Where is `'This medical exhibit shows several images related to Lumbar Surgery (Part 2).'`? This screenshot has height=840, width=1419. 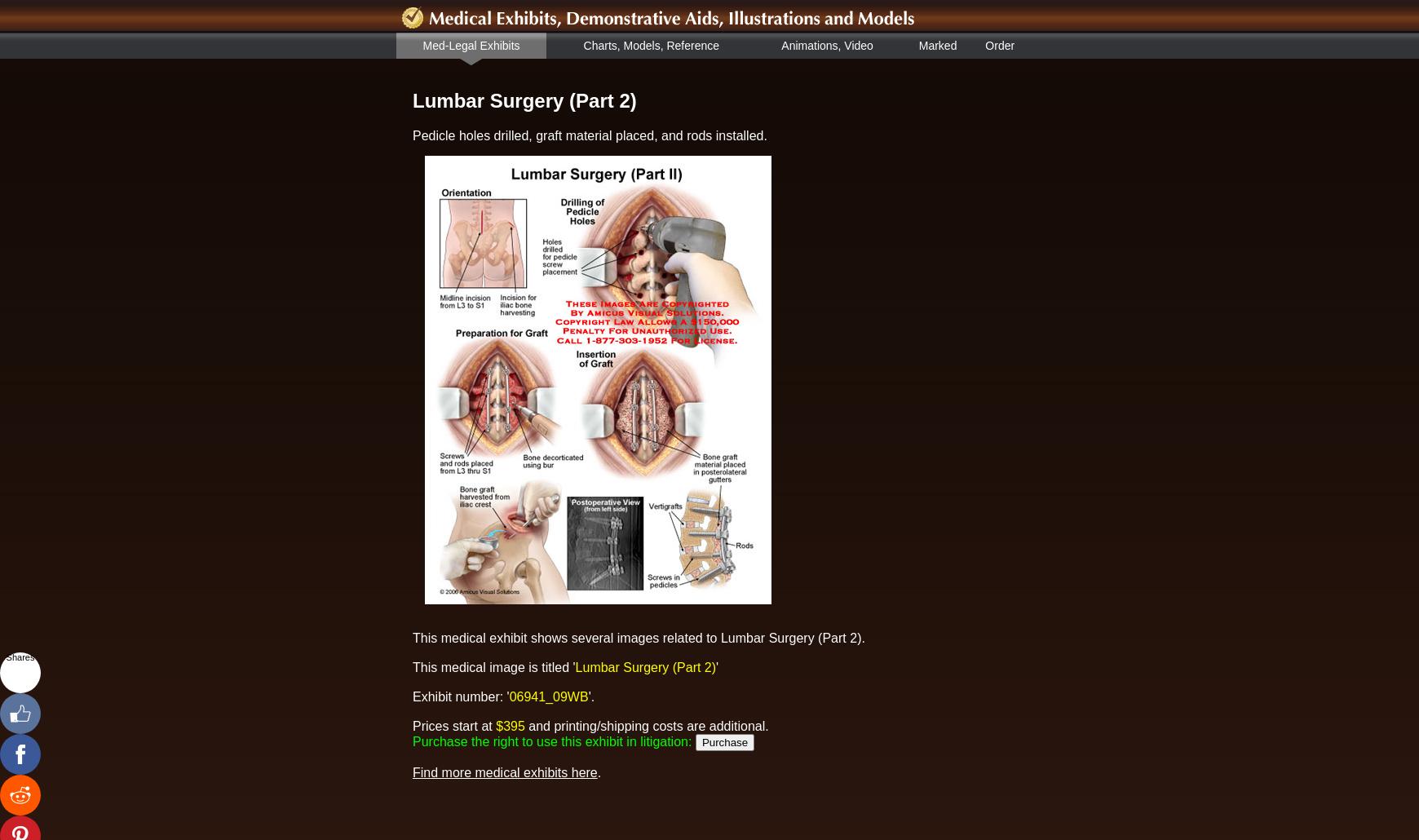
'This medical exhibit shows several images related to Lumbar Surgery (Part 2).' is located at coordinates (639, 636).